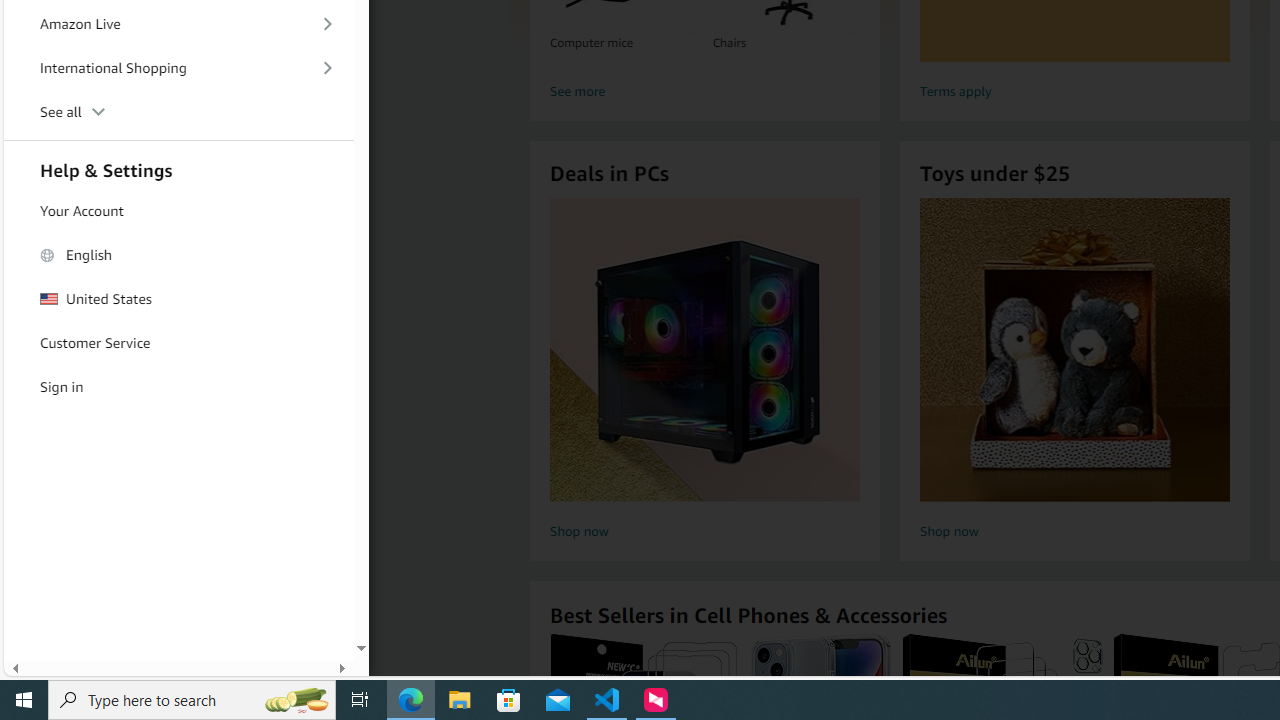  I want to click on 'Amazon Live', so click(179, 23).